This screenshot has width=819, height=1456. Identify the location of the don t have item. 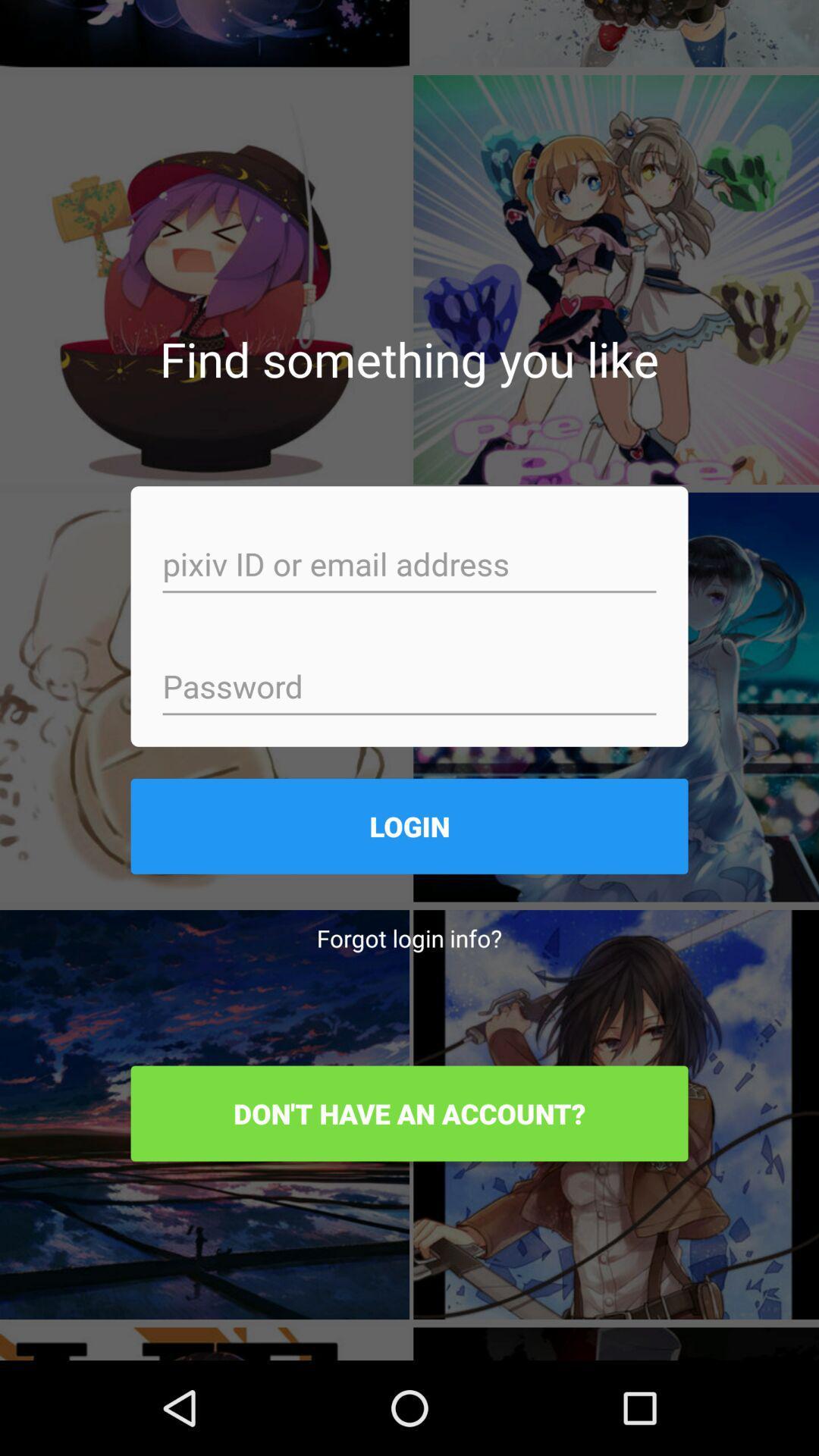
(409, 1113).